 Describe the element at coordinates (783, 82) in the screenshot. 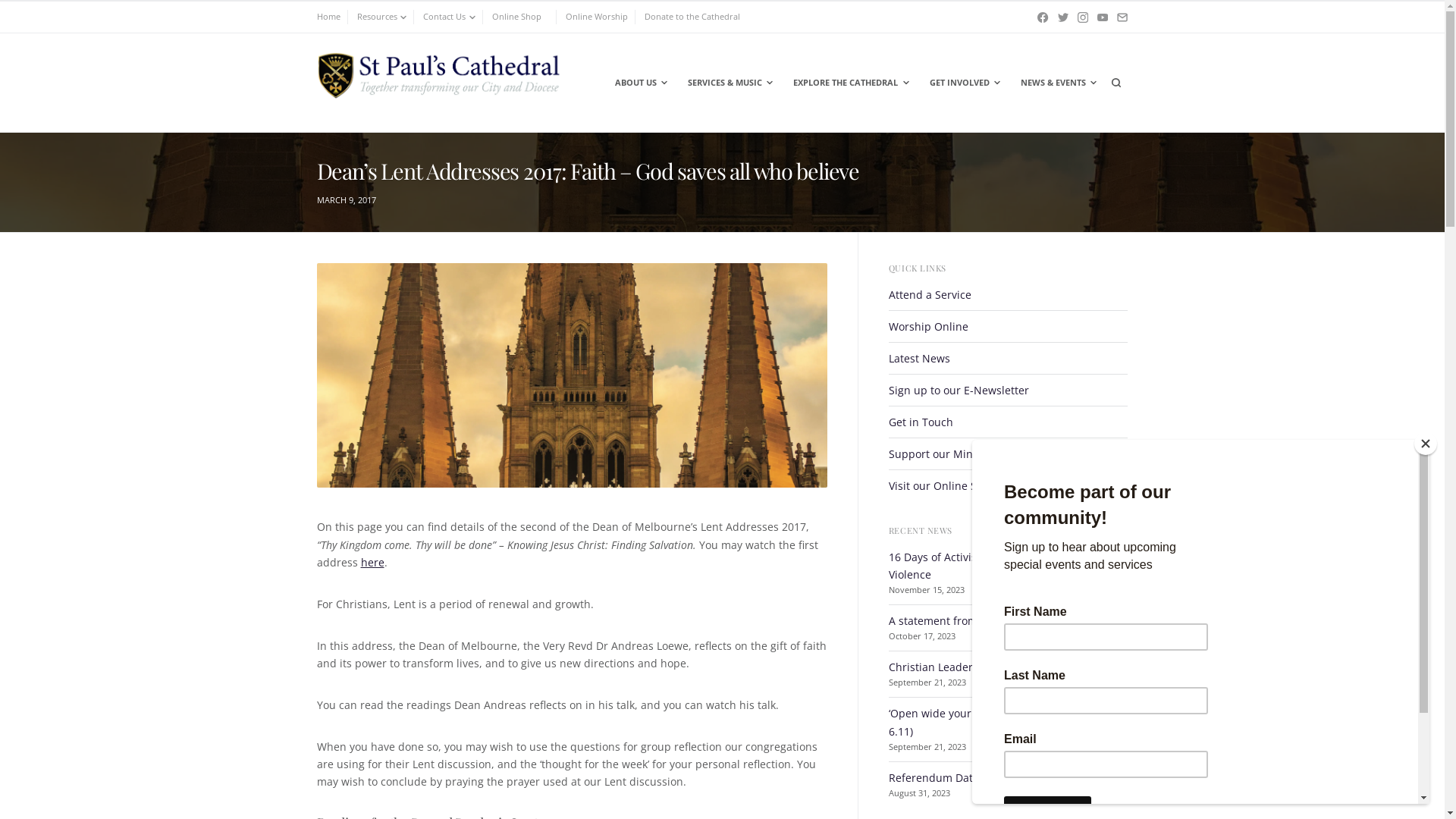

I see `'EXPLORE THE CATHEDRAL'` at that location.